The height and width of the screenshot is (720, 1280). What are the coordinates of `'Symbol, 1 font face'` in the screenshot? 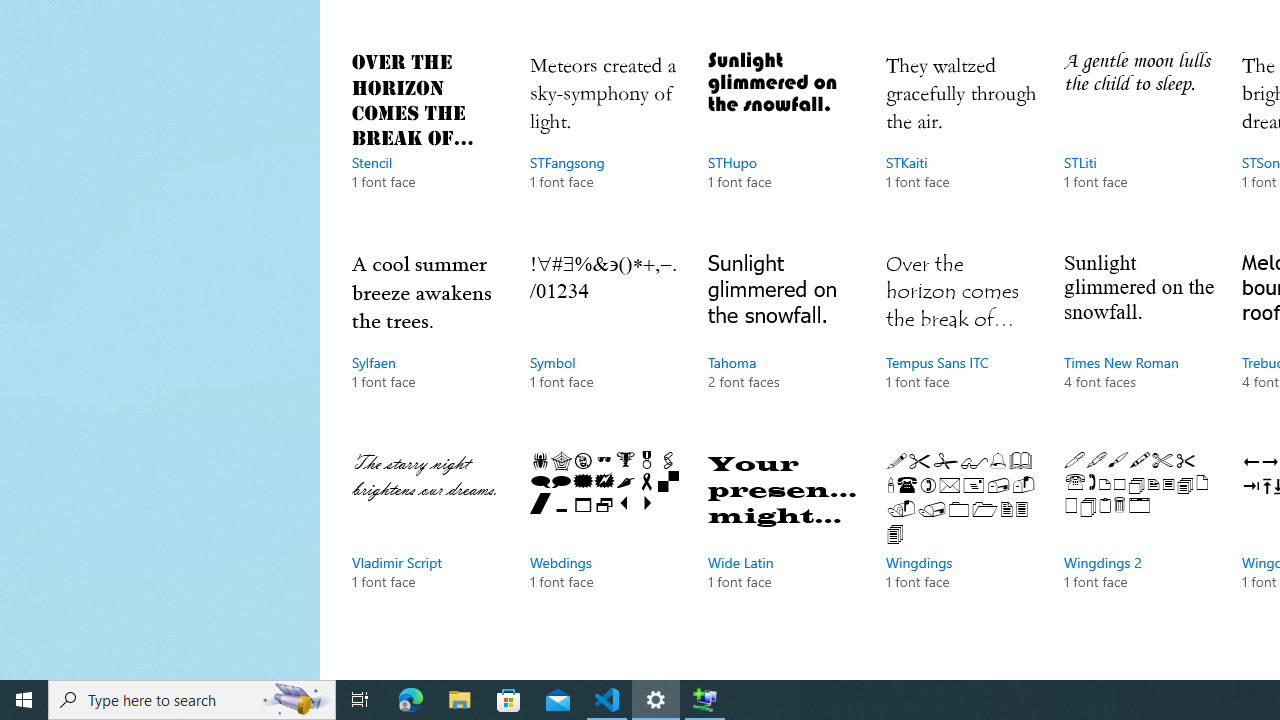 It's located at (603, 339).